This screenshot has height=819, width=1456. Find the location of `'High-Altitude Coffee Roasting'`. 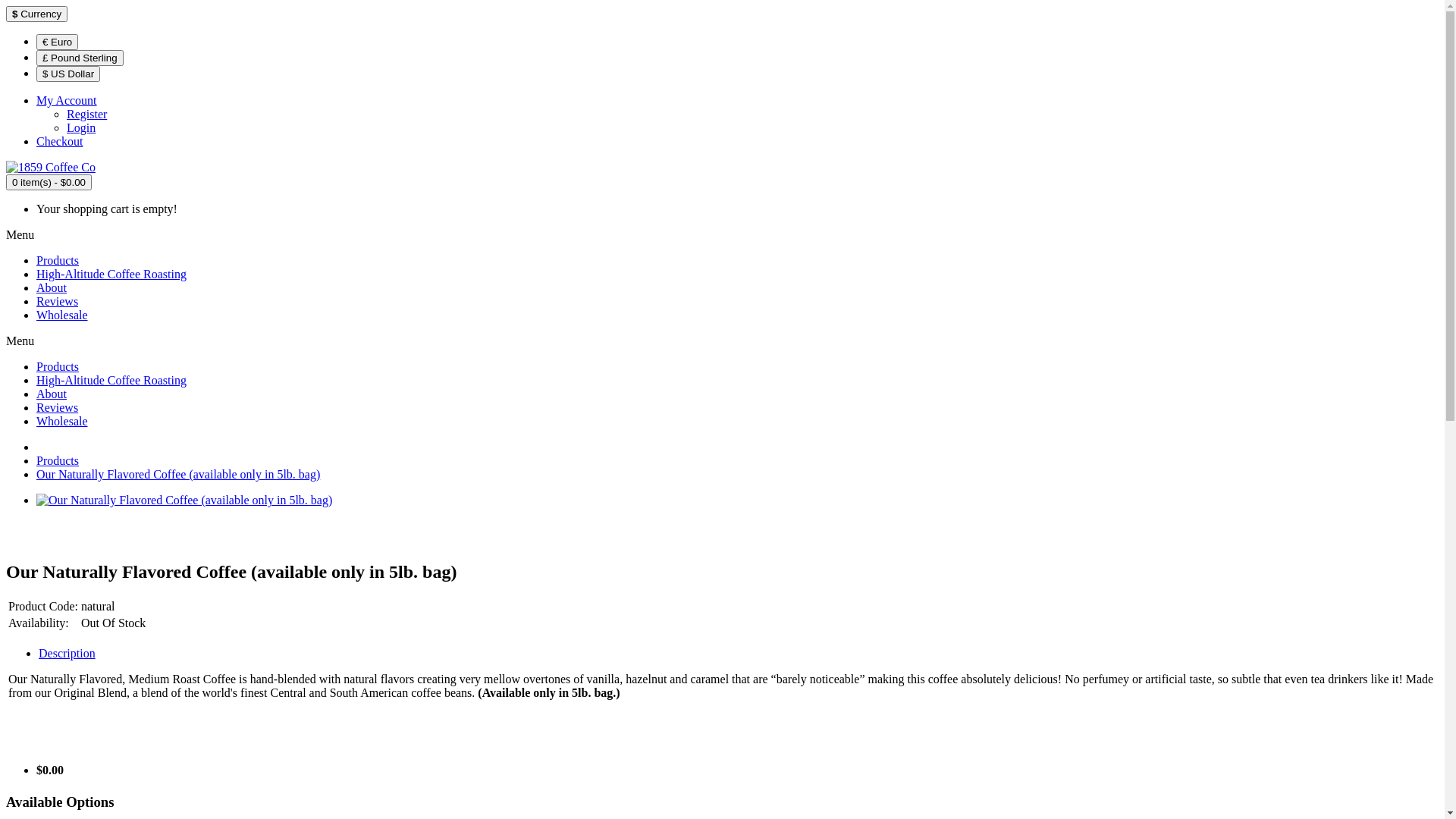

'High-Altitude Coffee Roasting' is located at coordinates (111, 379).